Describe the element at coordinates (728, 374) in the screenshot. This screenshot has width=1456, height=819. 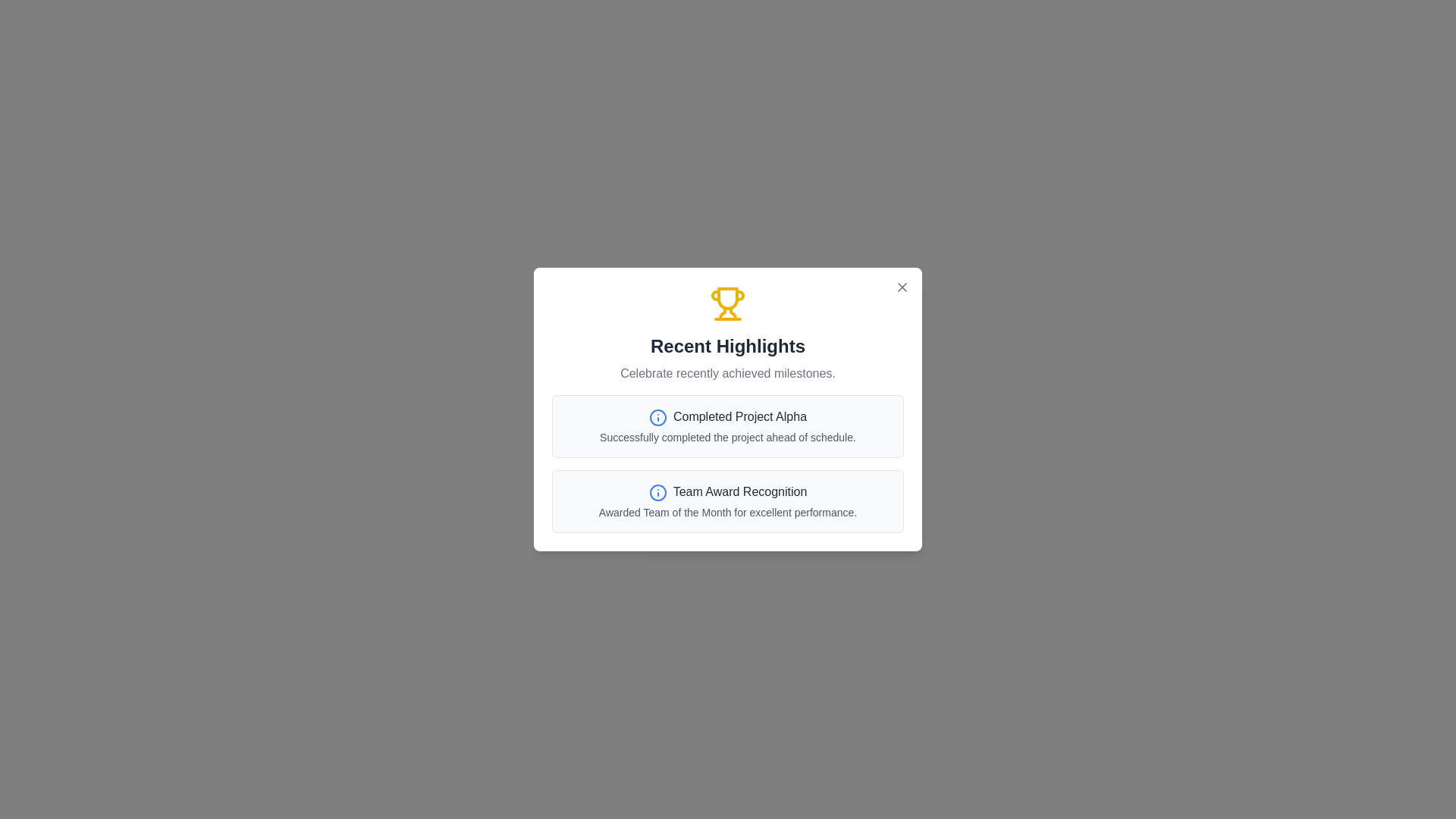
I see `the text label displaying 'Celebrate recently achieved milestones.' which is located beneath the header 'Recent Highlights' in a centered modal` at that location.